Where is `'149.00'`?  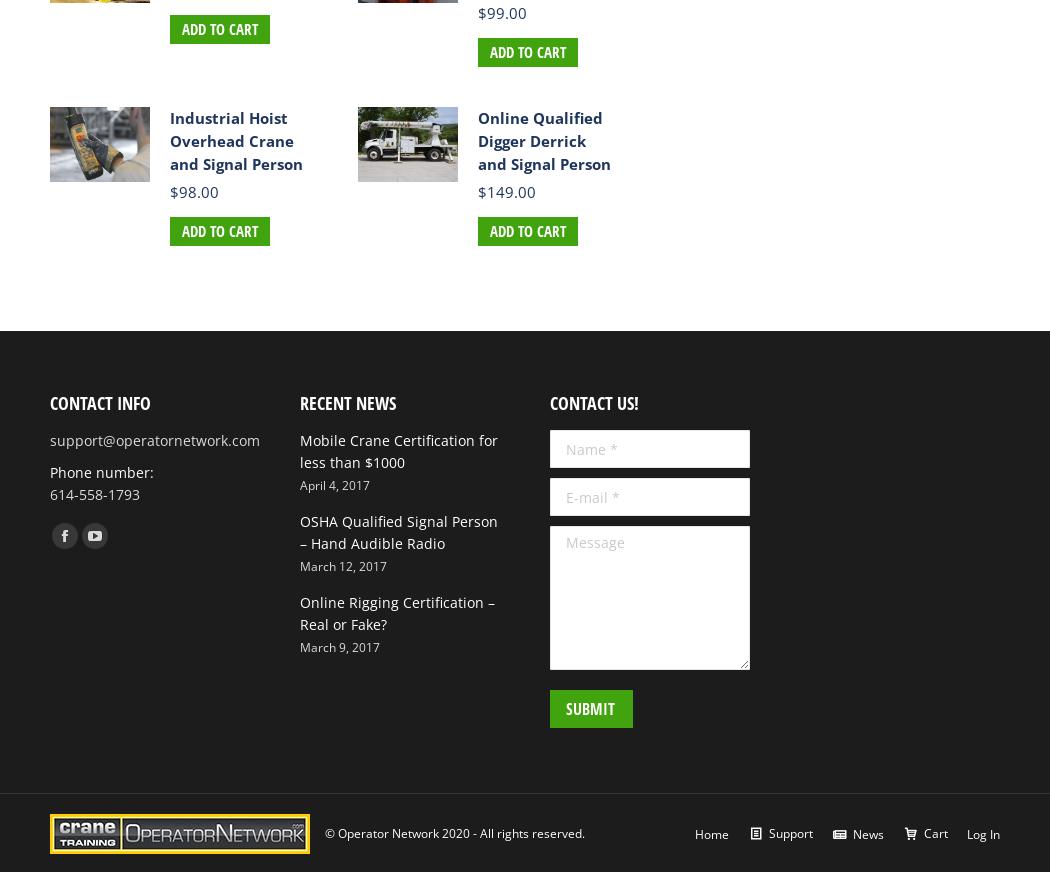 '149.00' is located at coordinates (509, 192).